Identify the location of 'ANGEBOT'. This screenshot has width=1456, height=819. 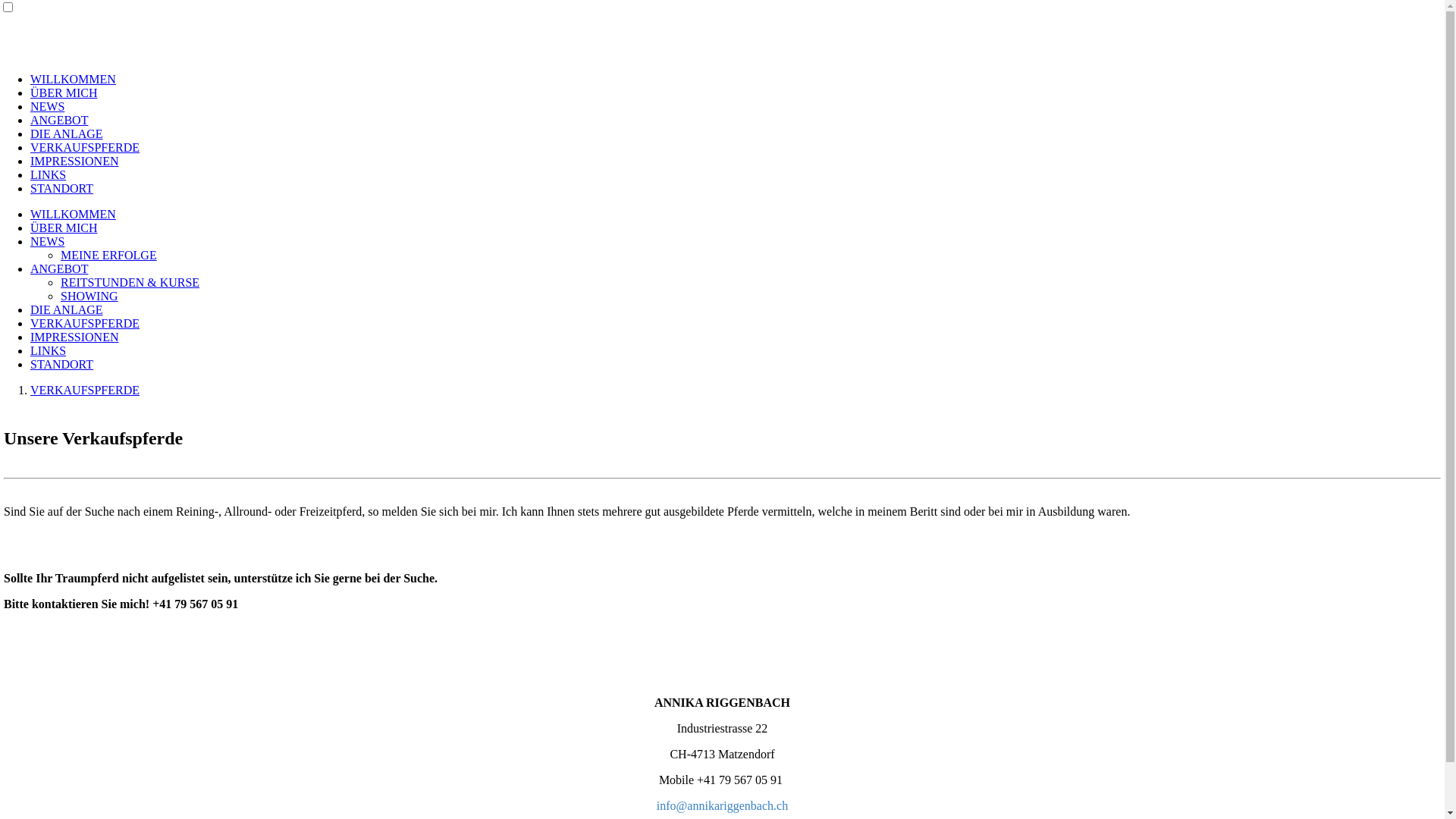
(58, 268).